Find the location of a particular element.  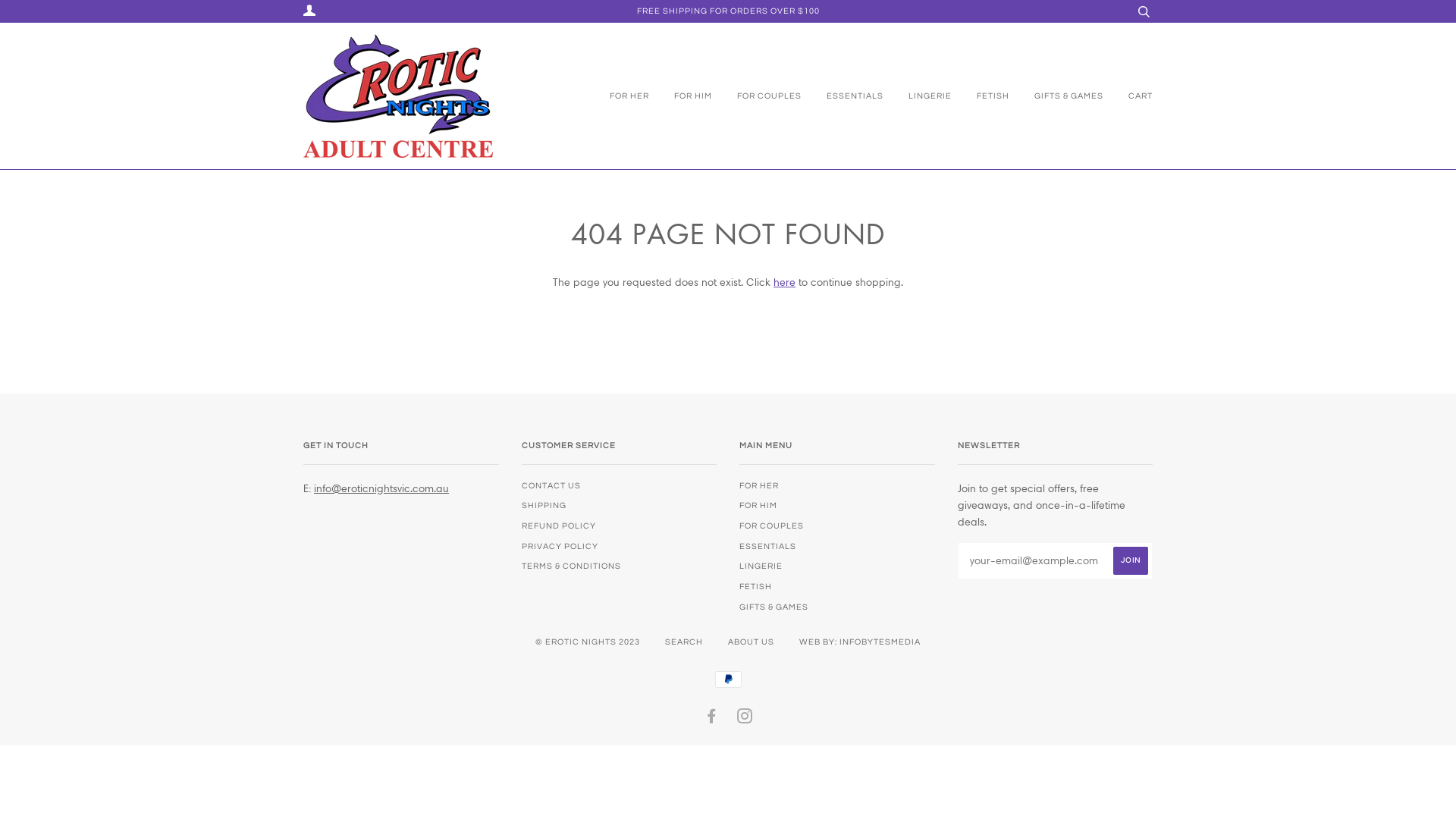

'REFUND POLICY' is located at coordinates (521, 525).